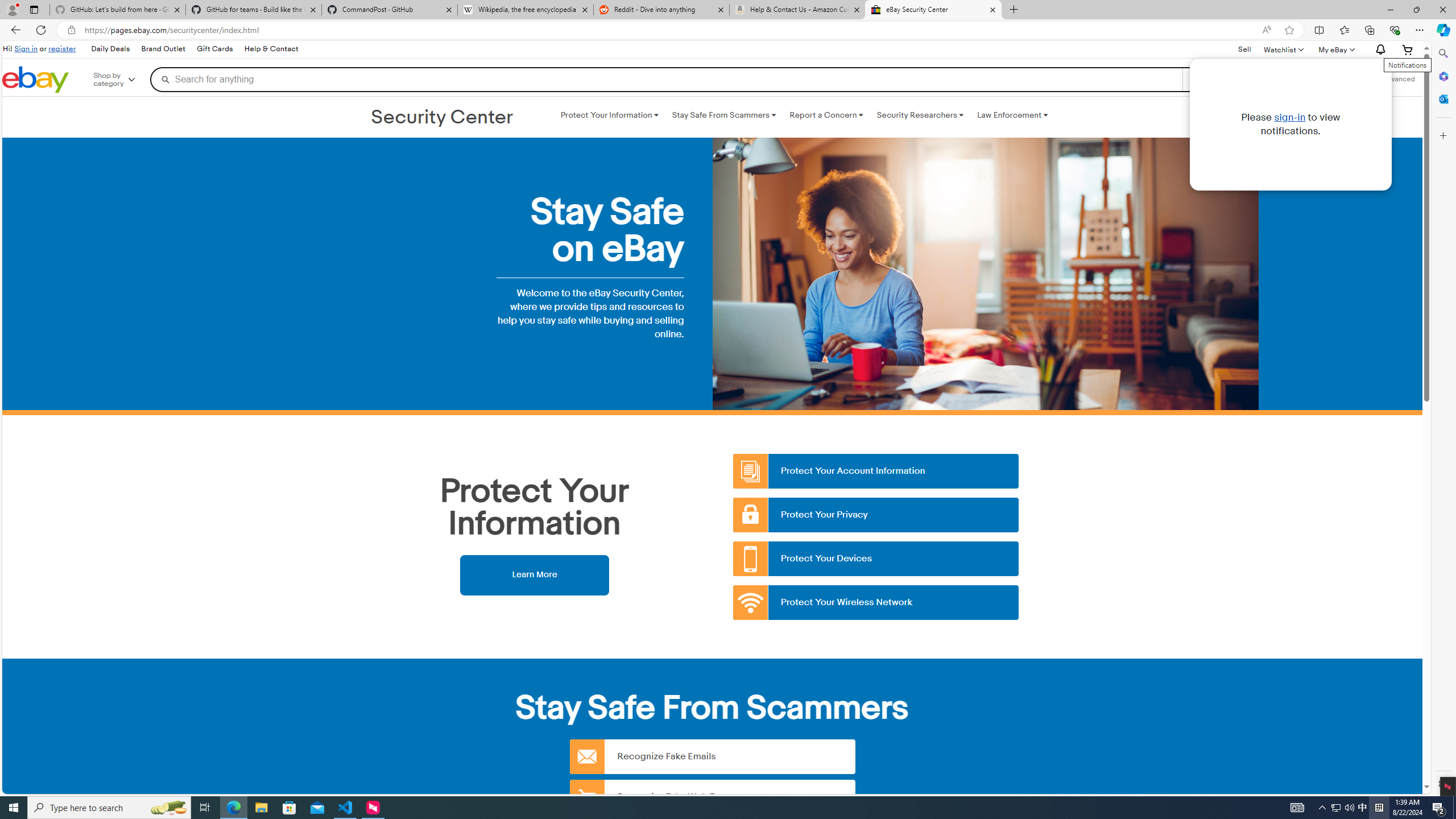 The height and width of the screenshot is (819, 1456). I want to click on 'Reddit - Dive into anything', so click(660, 9).